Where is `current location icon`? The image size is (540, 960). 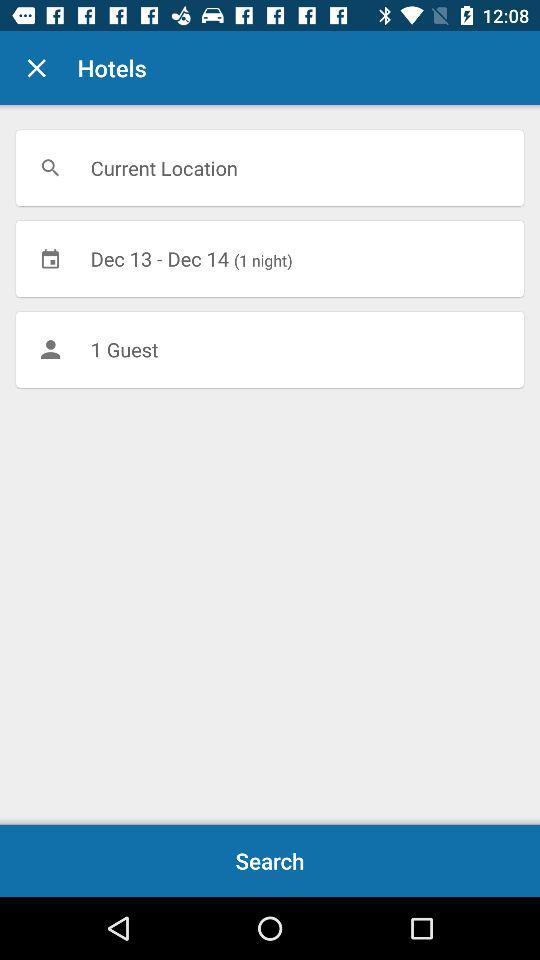 current location icon is located at coordinates (270, 167).